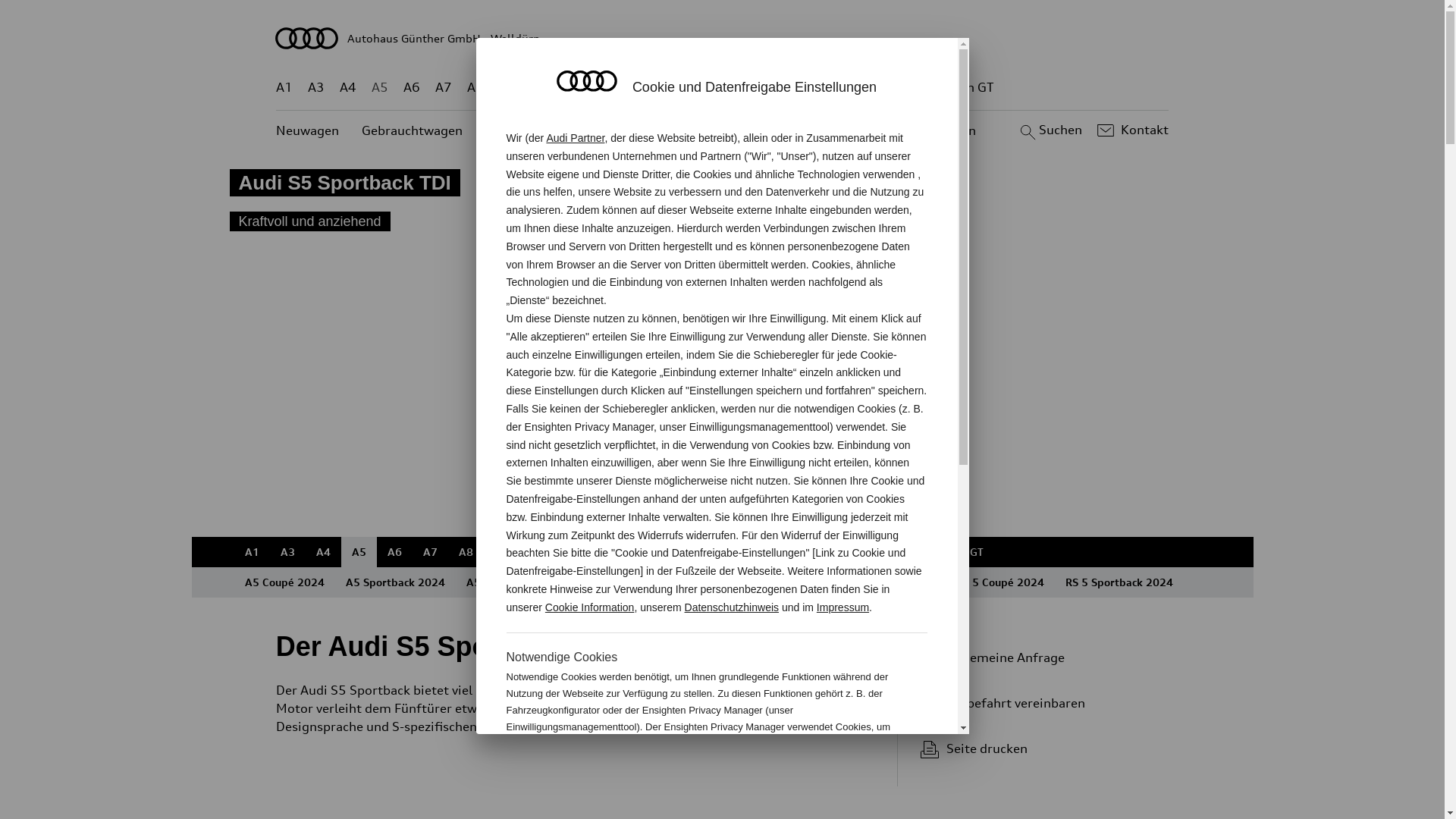 This screenshot has height=819, width=1456. I want to click on 'A4', so click(322, 552).